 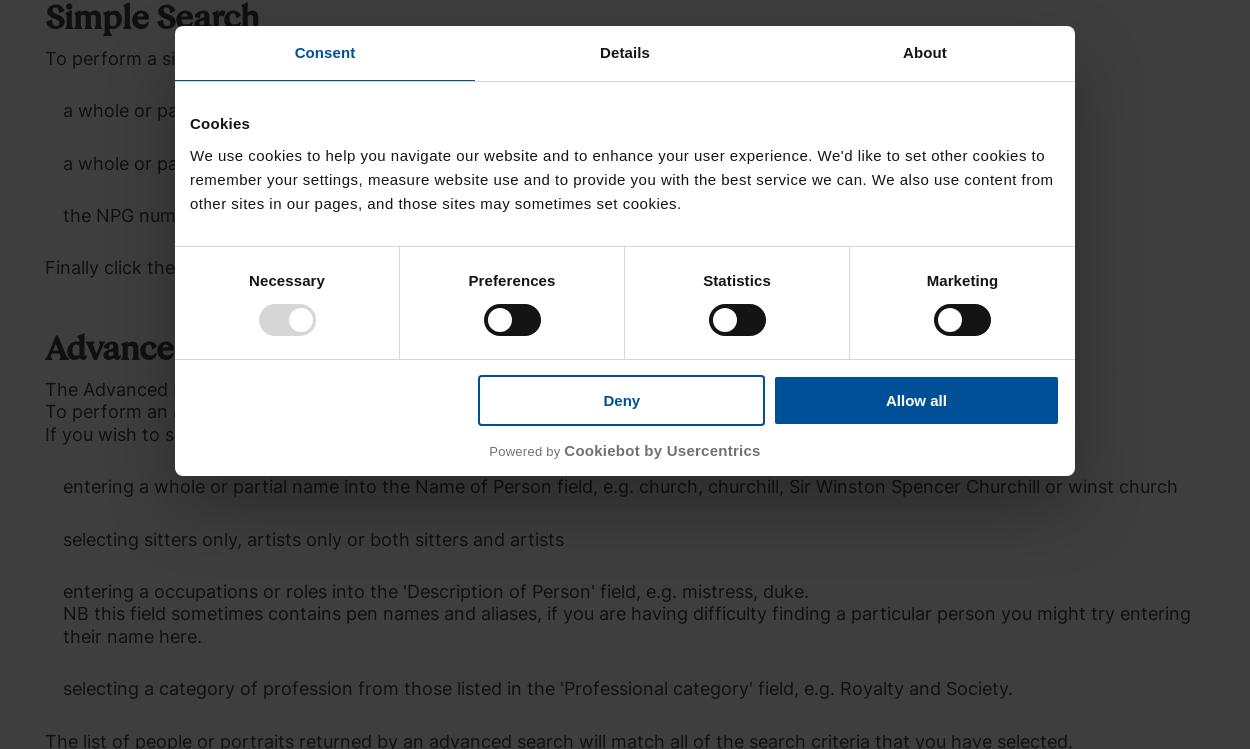 What do you see at coordinates (526, 451) in the screenshot?
I see `'Powered by'` at bounding box center [526, 451].